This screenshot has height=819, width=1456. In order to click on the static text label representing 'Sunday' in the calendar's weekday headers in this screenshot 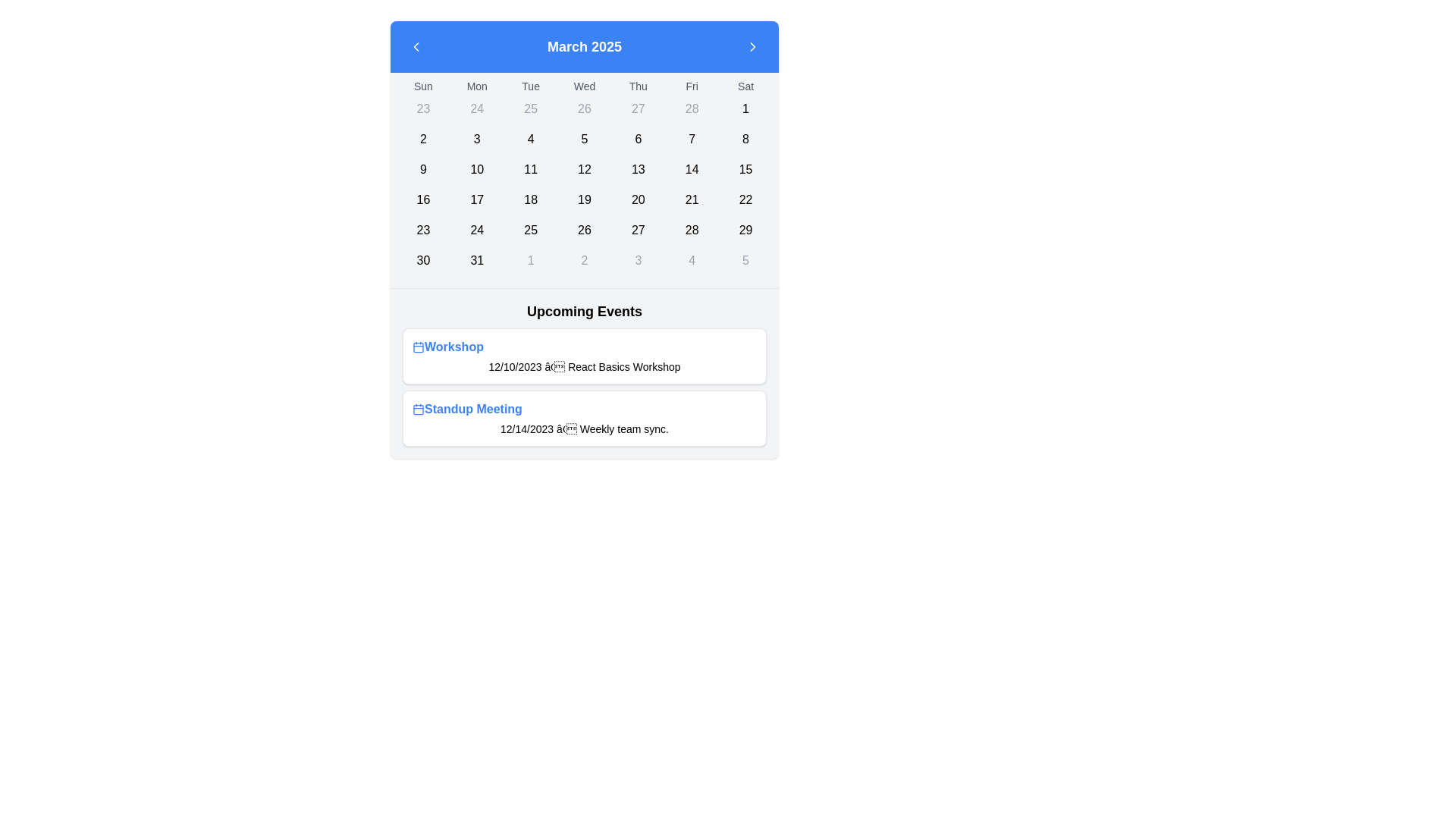, I will do `click(423, 86)`.